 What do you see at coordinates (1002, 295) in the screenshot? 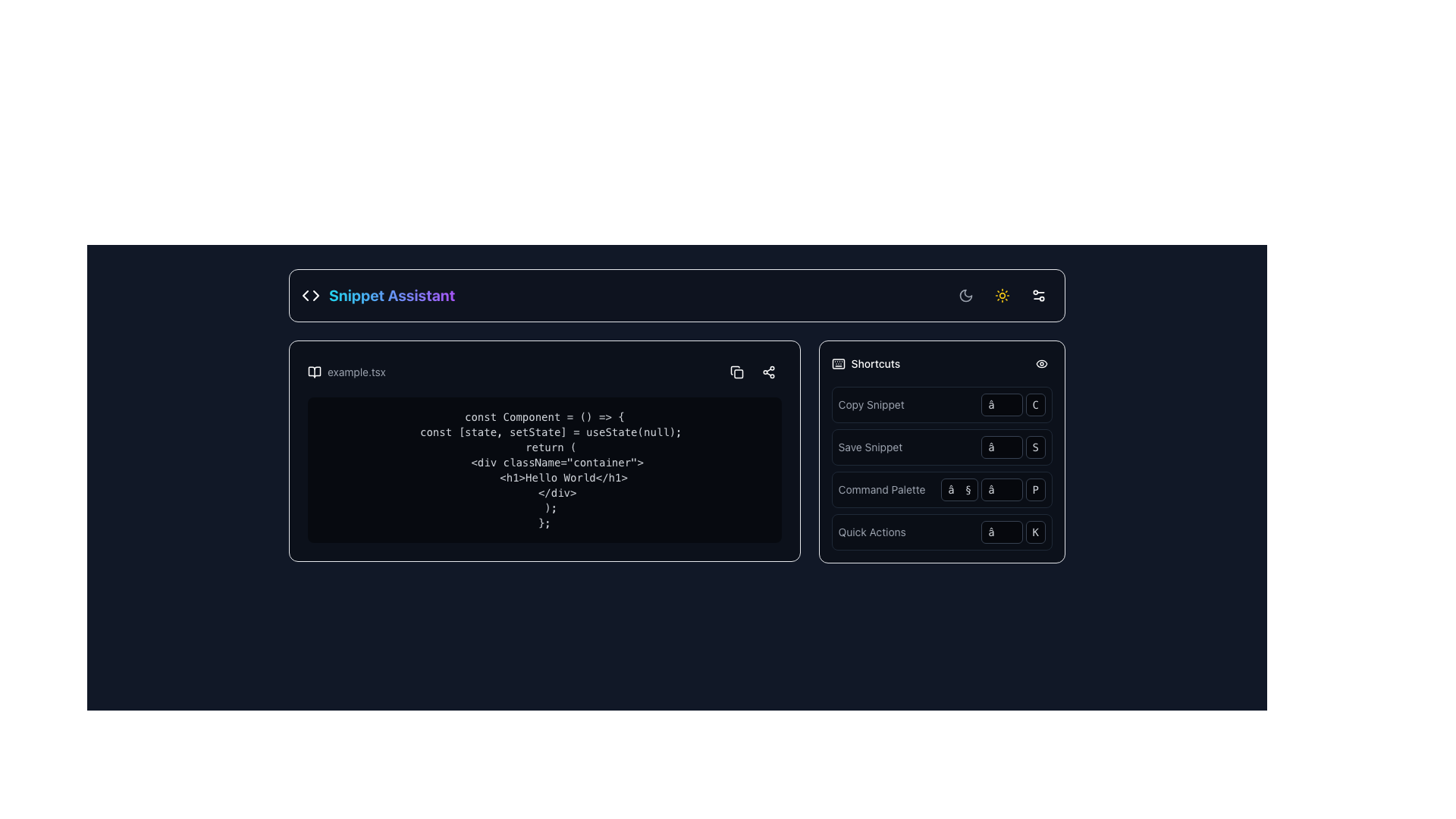
I see `the sun icon button in the top-right corner` at bounding box center [1002, 295].